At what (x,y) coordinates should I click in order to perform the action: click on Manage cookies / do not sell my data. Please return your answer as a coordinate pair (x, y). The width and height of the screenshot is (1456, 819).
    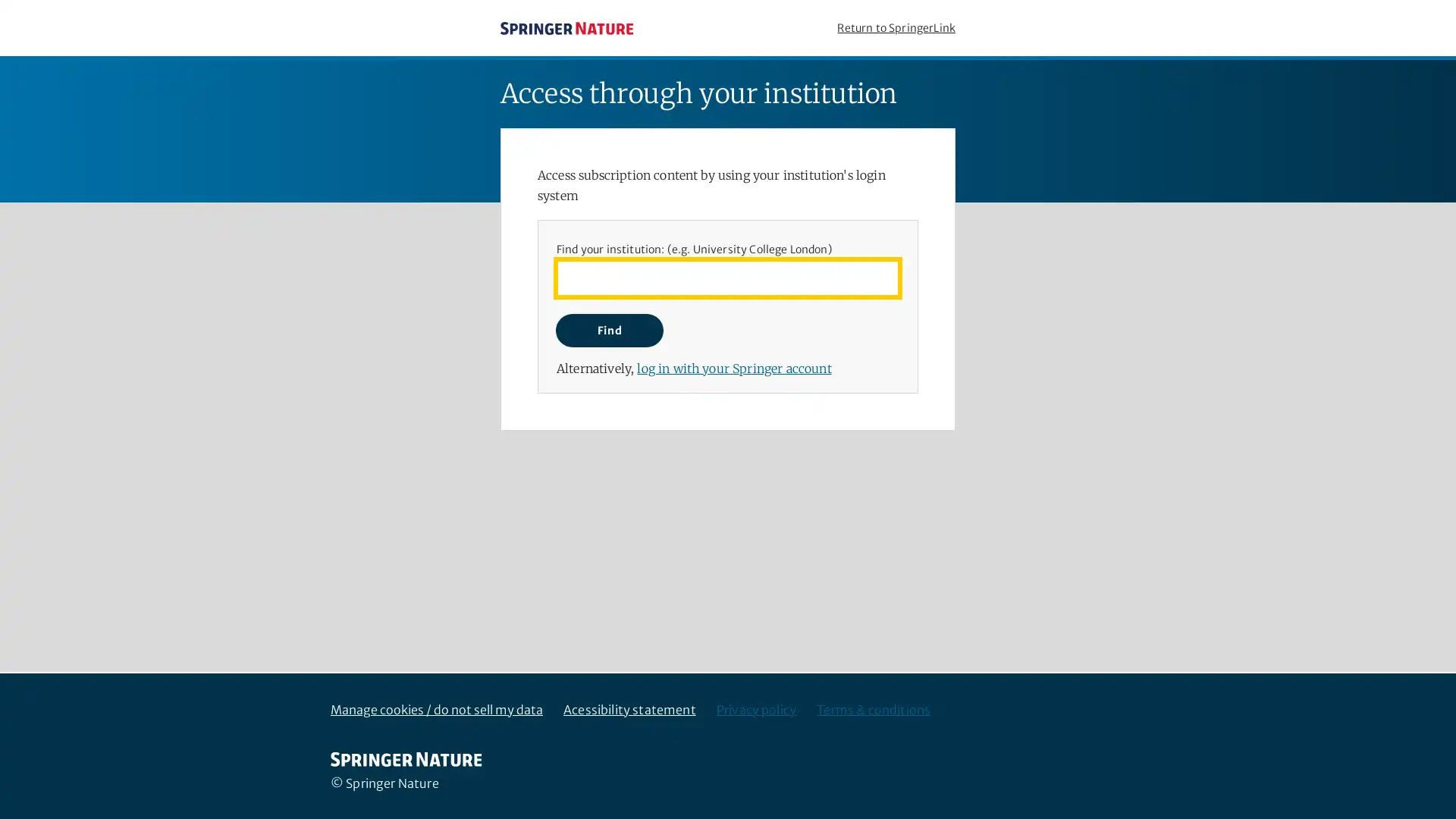
    Looking at the image, I should click on (436, 710).